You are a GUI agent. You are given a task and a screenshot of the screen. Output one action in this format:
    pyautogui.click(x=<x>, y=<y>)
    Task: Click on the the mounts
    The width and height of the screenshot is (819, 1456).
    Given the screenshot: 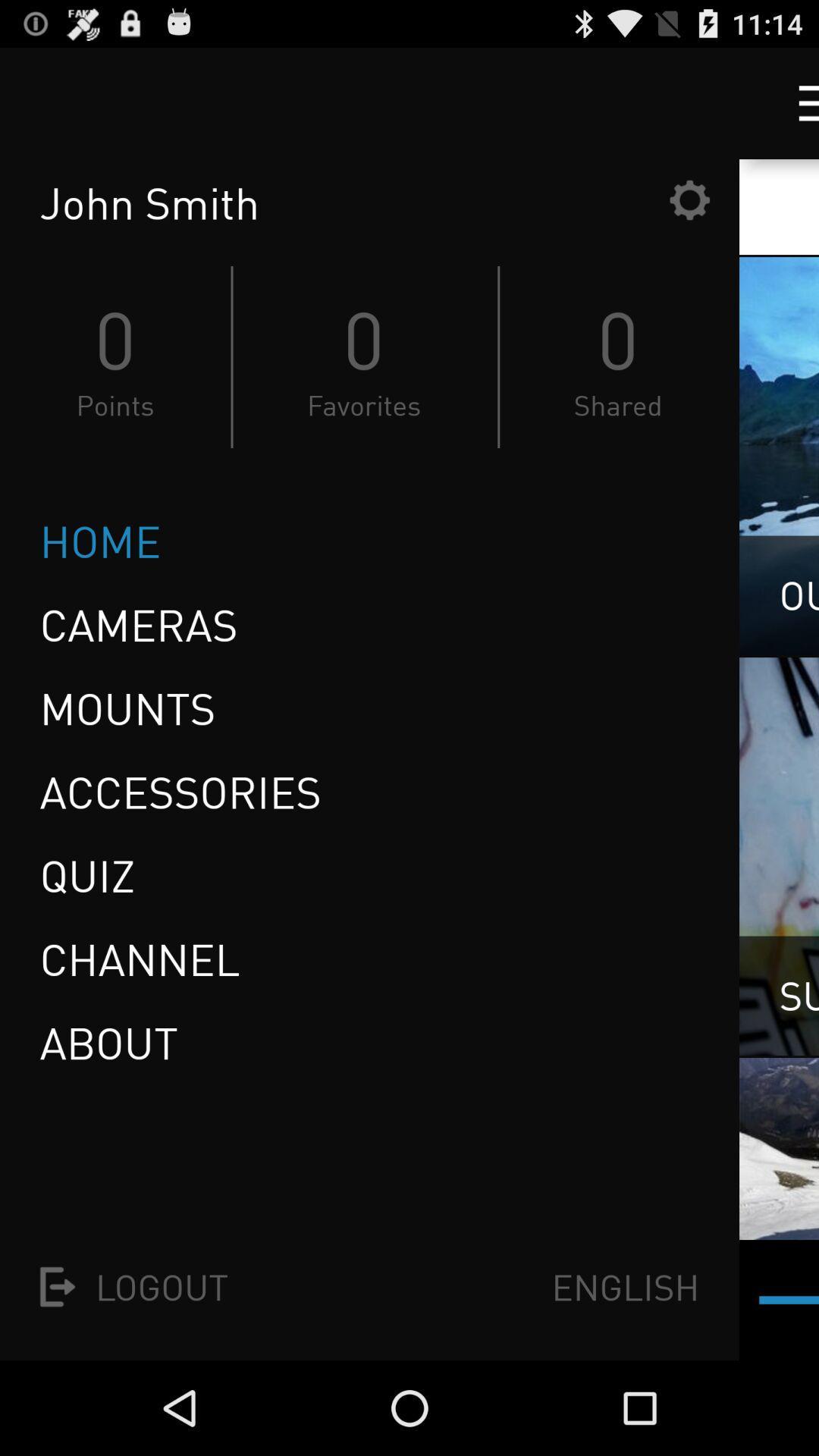 What is the action you would take?
    pyautogui.click(x=127, y=708)
    